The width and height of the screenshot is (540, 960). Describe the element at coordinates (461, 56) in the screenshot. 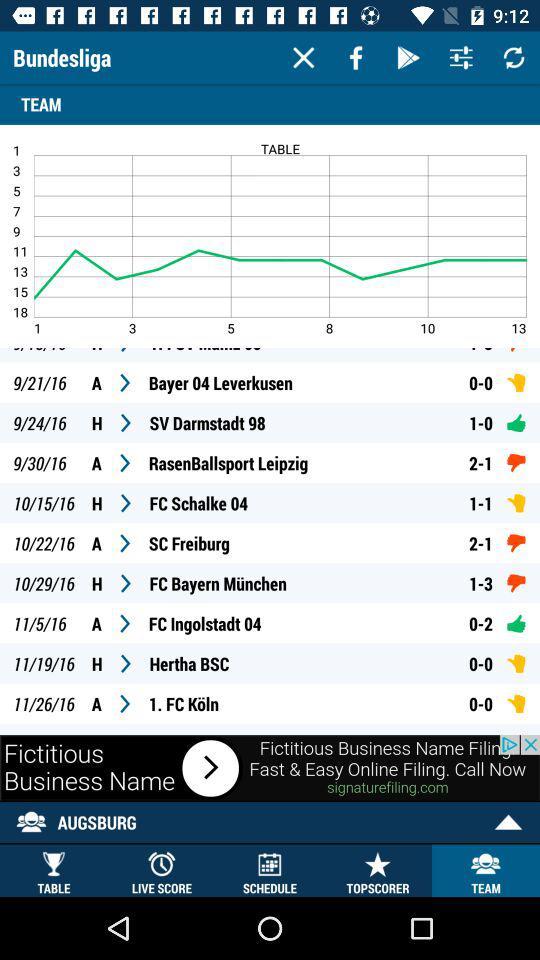

I see `the sliders icon` at that location.